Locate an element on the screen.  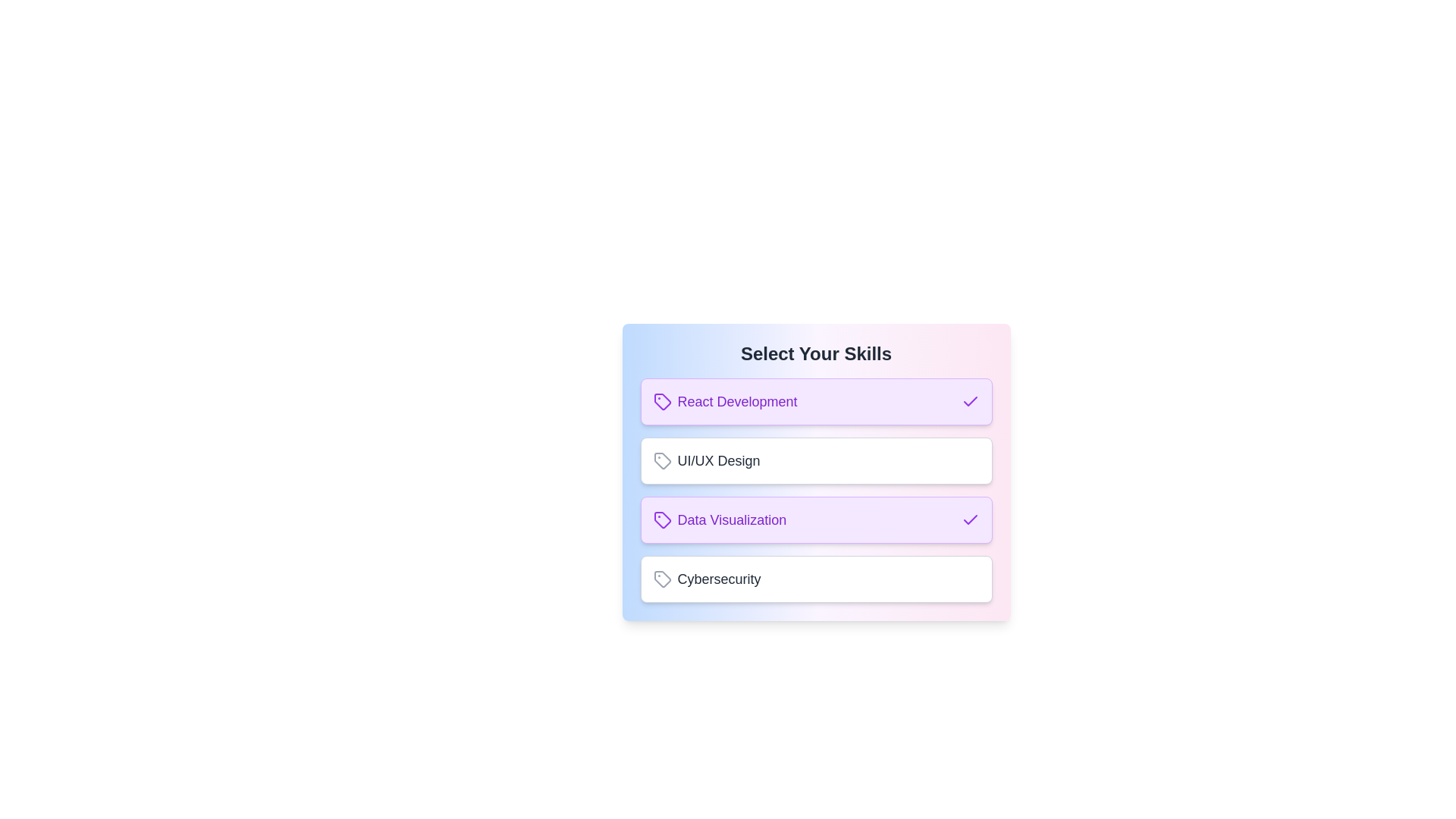
the skill React Development to observe visual feedback is located at coordinates (815, 400).